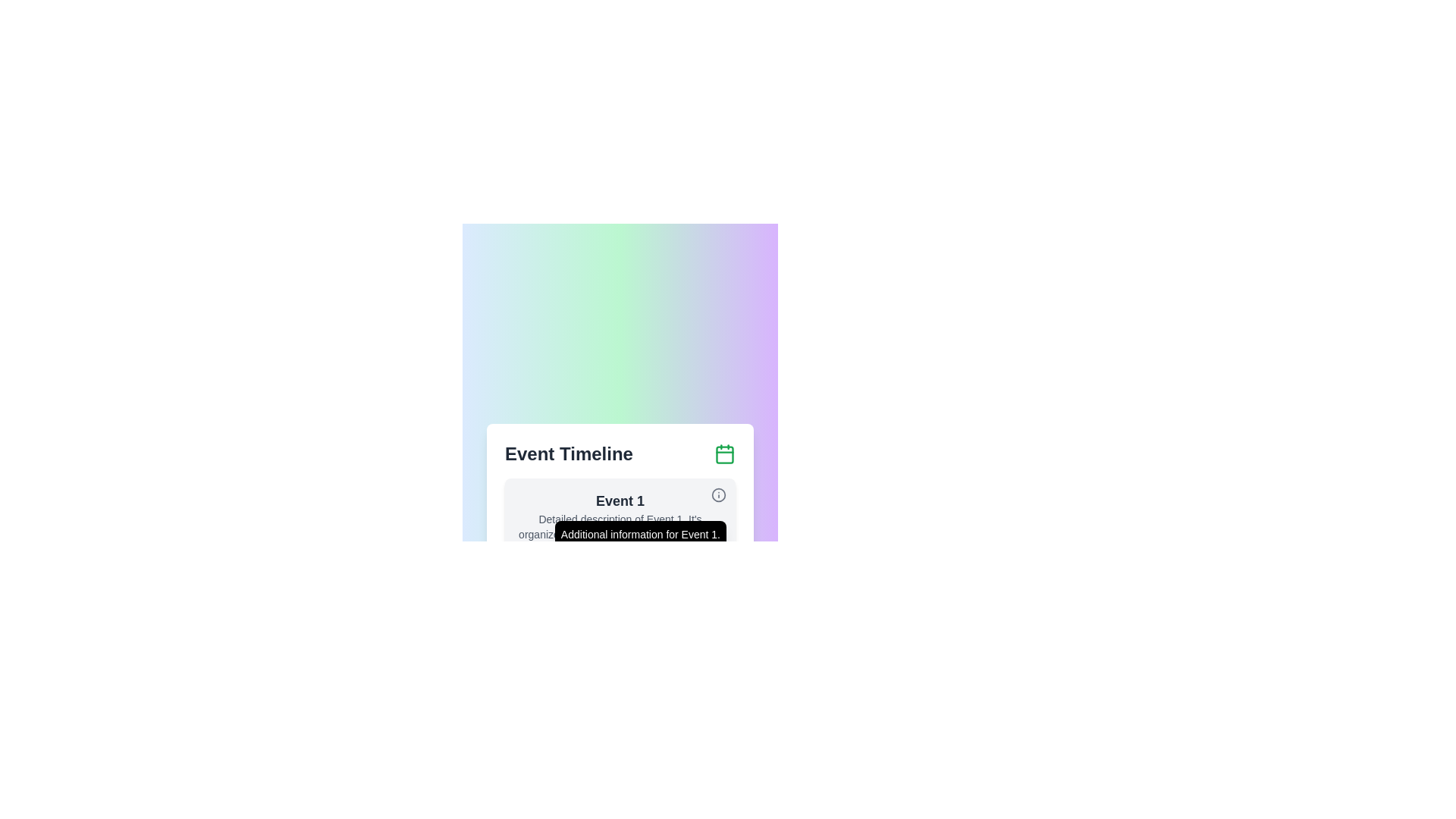 The image size is (1456, 819). What do you see at coordinates (718, 494) in the screenshot?
I see `the circular gray icon with an information symbol located in the upper-right corner of the card layout to change its appearance` at bounding box center [718, 494].